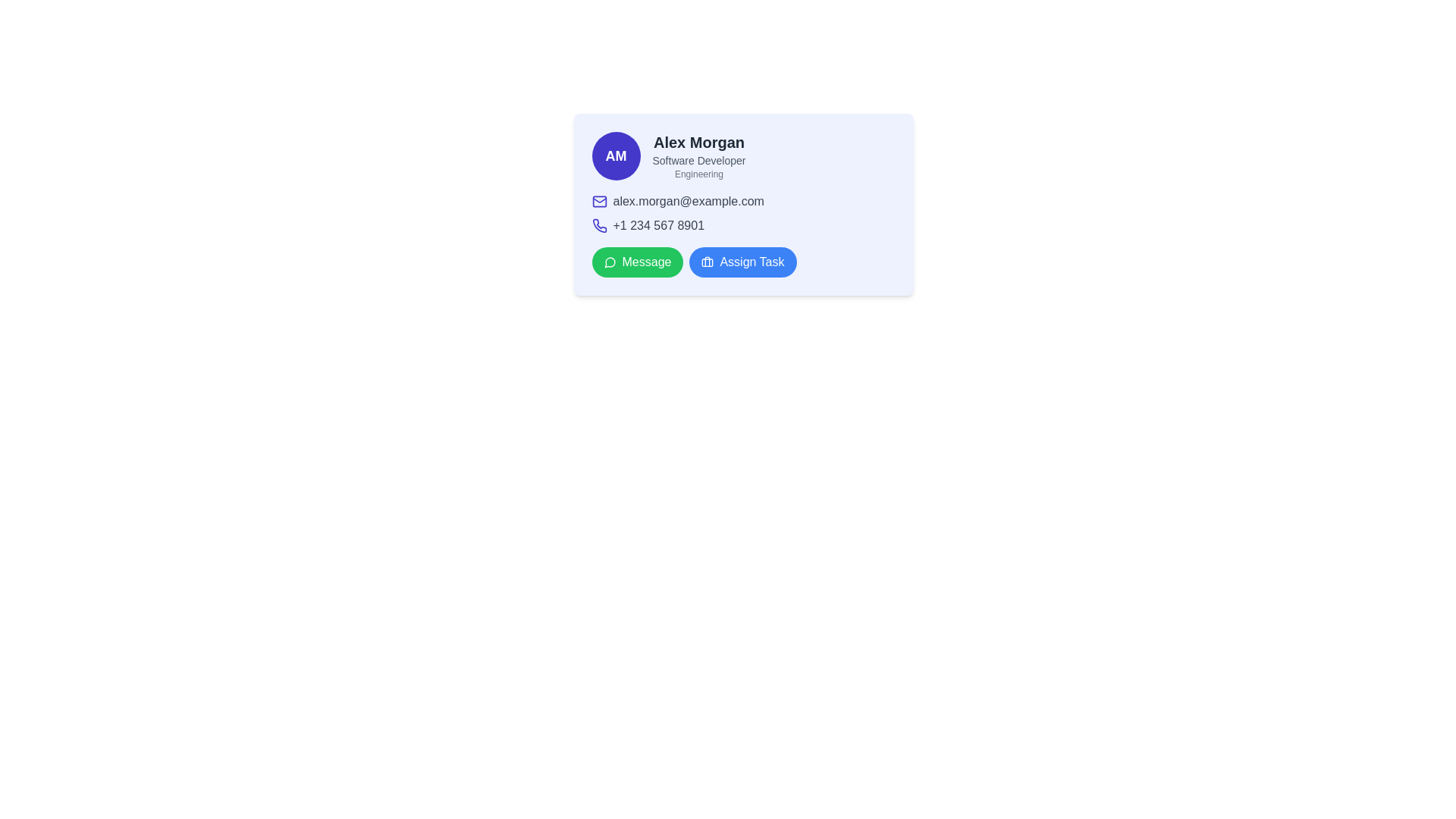  What do you see at coordinates (698, 155) in the screenshot?
I see `text displayed for the user's name, role, and associated department, located to the right of the circular profile icon labeled 'AM'` at bounding box center [698, 155].